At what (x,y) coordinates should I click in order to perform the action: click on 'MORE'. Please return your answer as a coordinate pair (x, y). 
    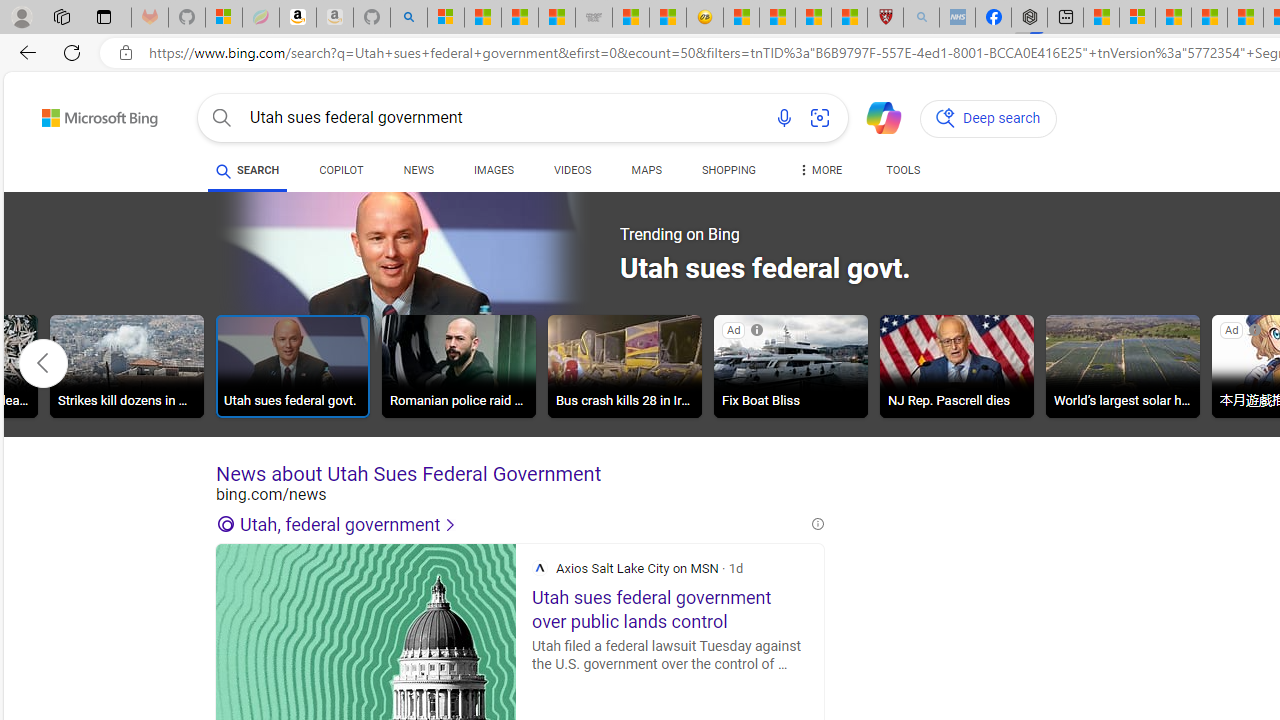
    Looking at the image, I should click on (819, 172).